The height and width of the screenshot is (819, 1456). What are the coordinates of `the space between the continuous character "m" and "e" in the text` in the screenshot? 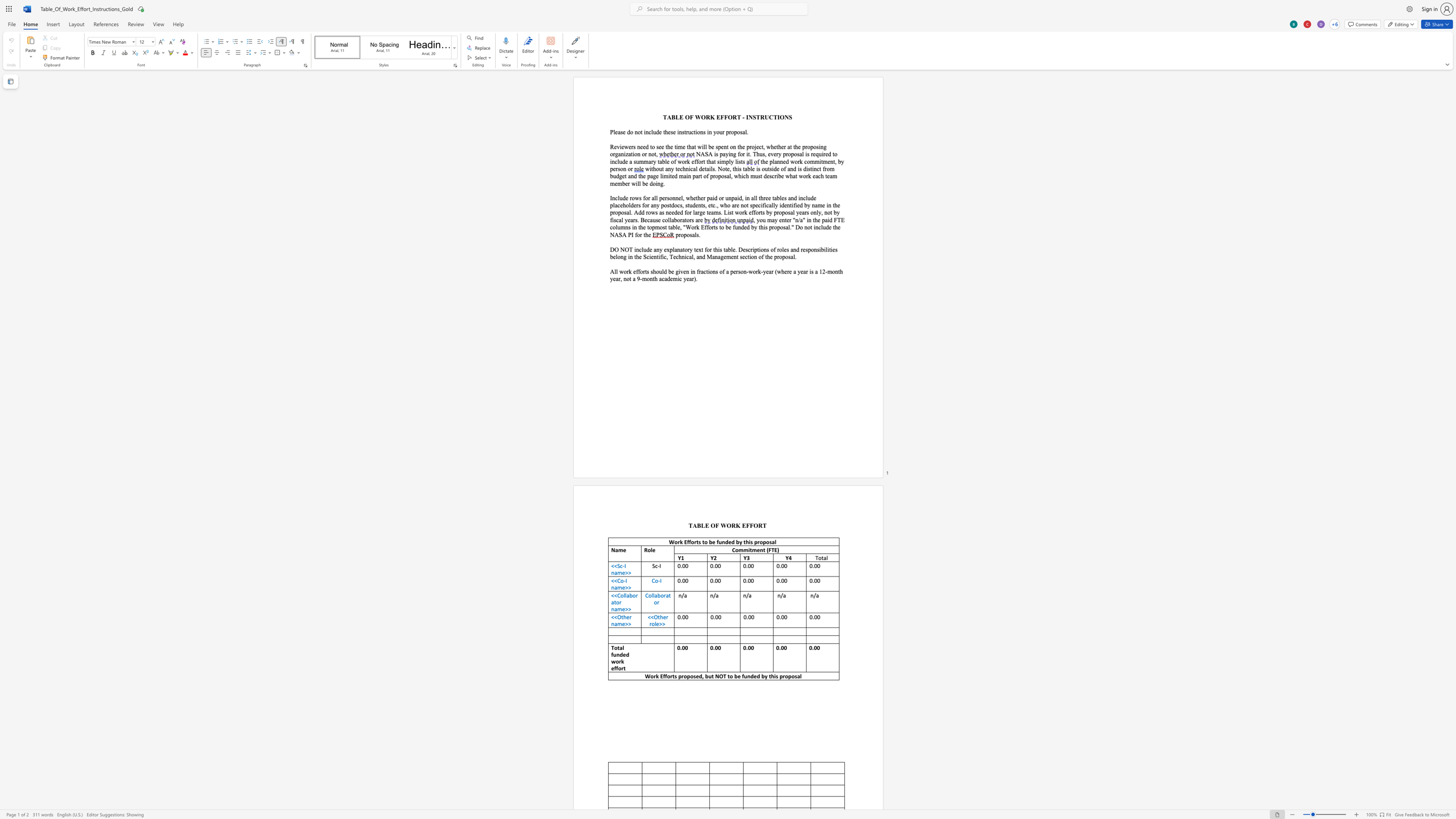 It's located at (621, 572).